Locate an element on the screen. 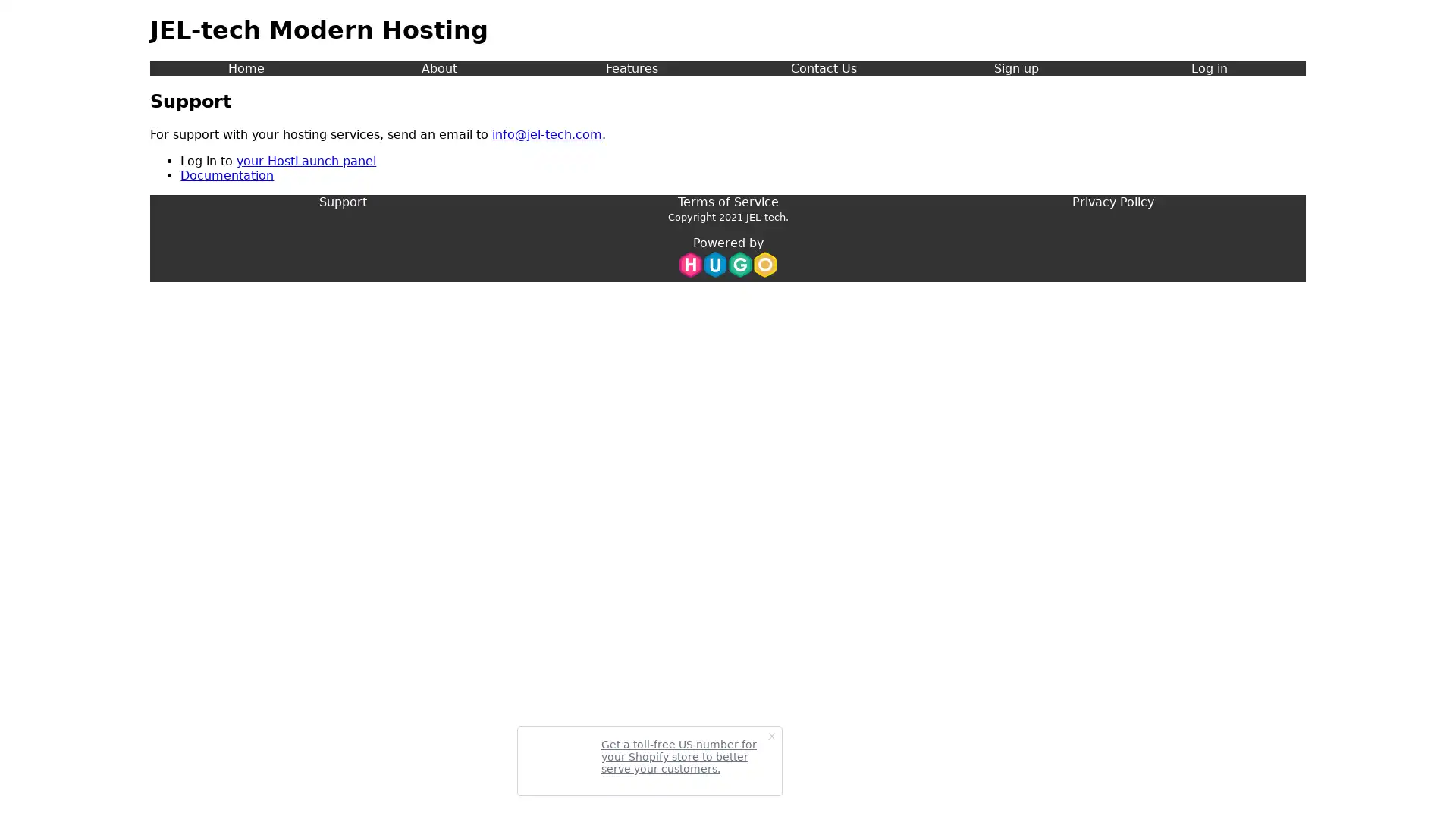 Image resolution: width=1456 pixels, height=819 pixels. Open chat widget is located at coordinates (1421, 784).